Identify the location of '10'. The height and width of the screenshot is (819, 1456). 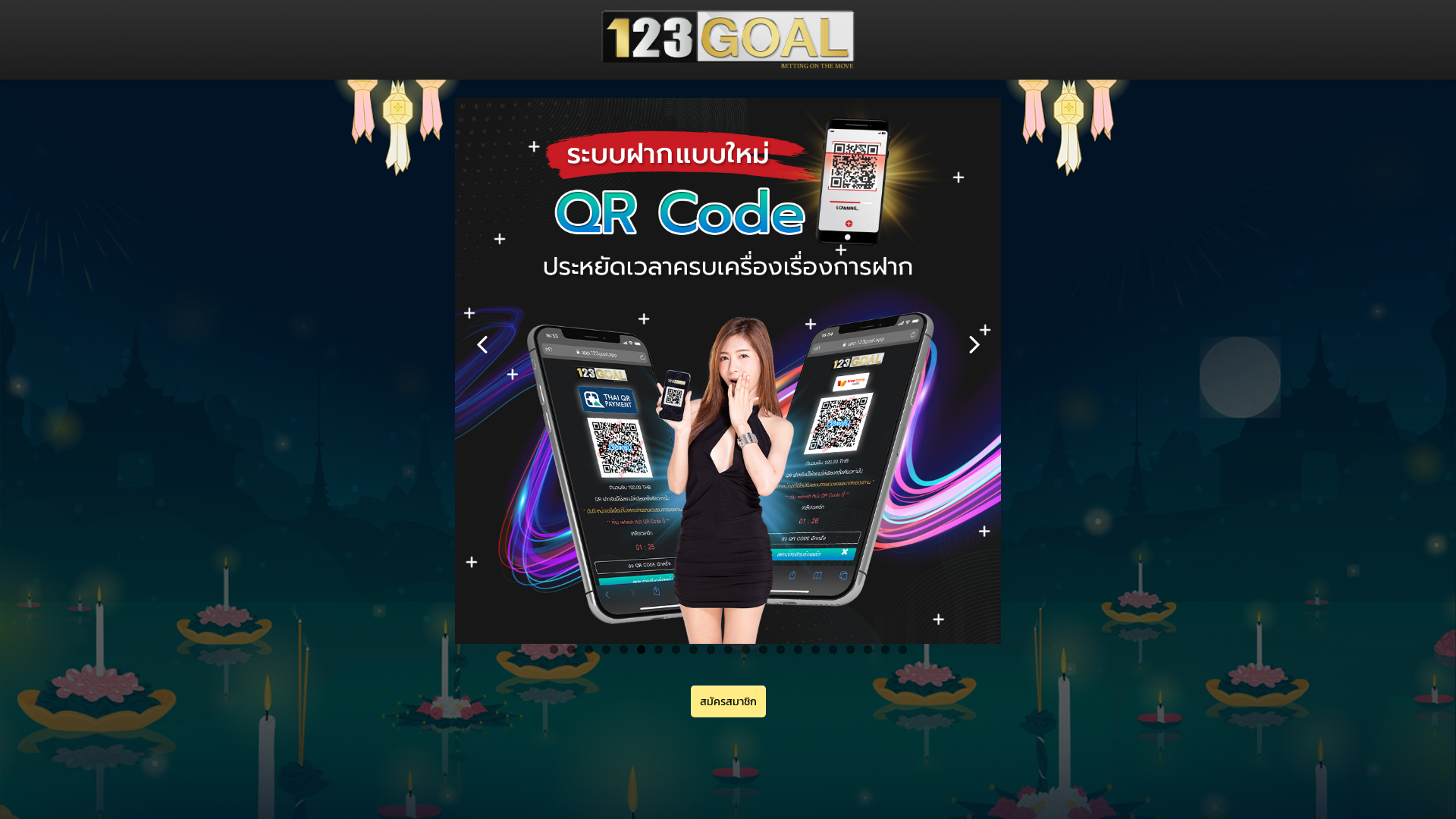
(710, 648).